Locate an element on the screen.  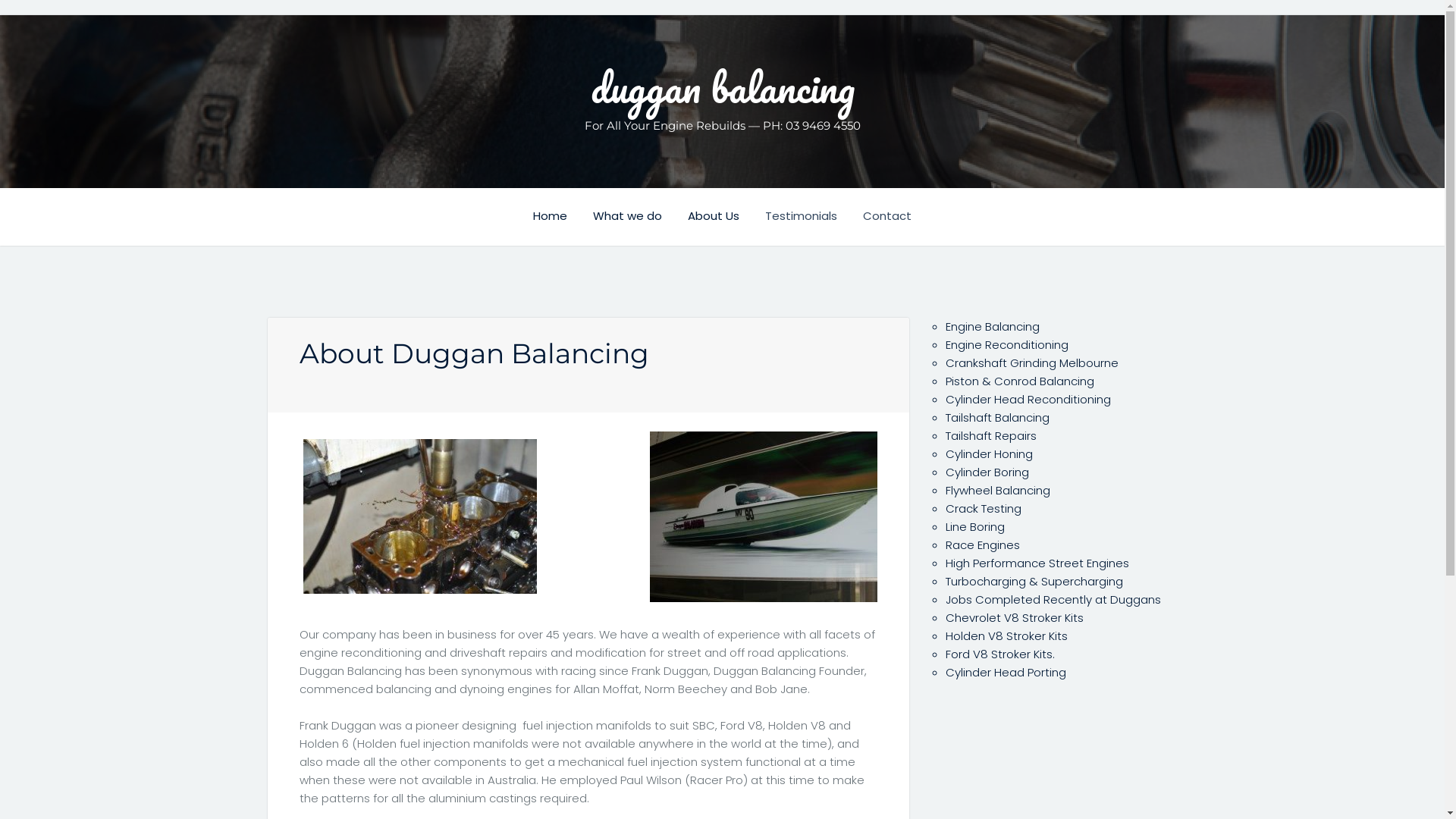
'Turbocharging & Supercharging' is located at coordinates (1033, 580).